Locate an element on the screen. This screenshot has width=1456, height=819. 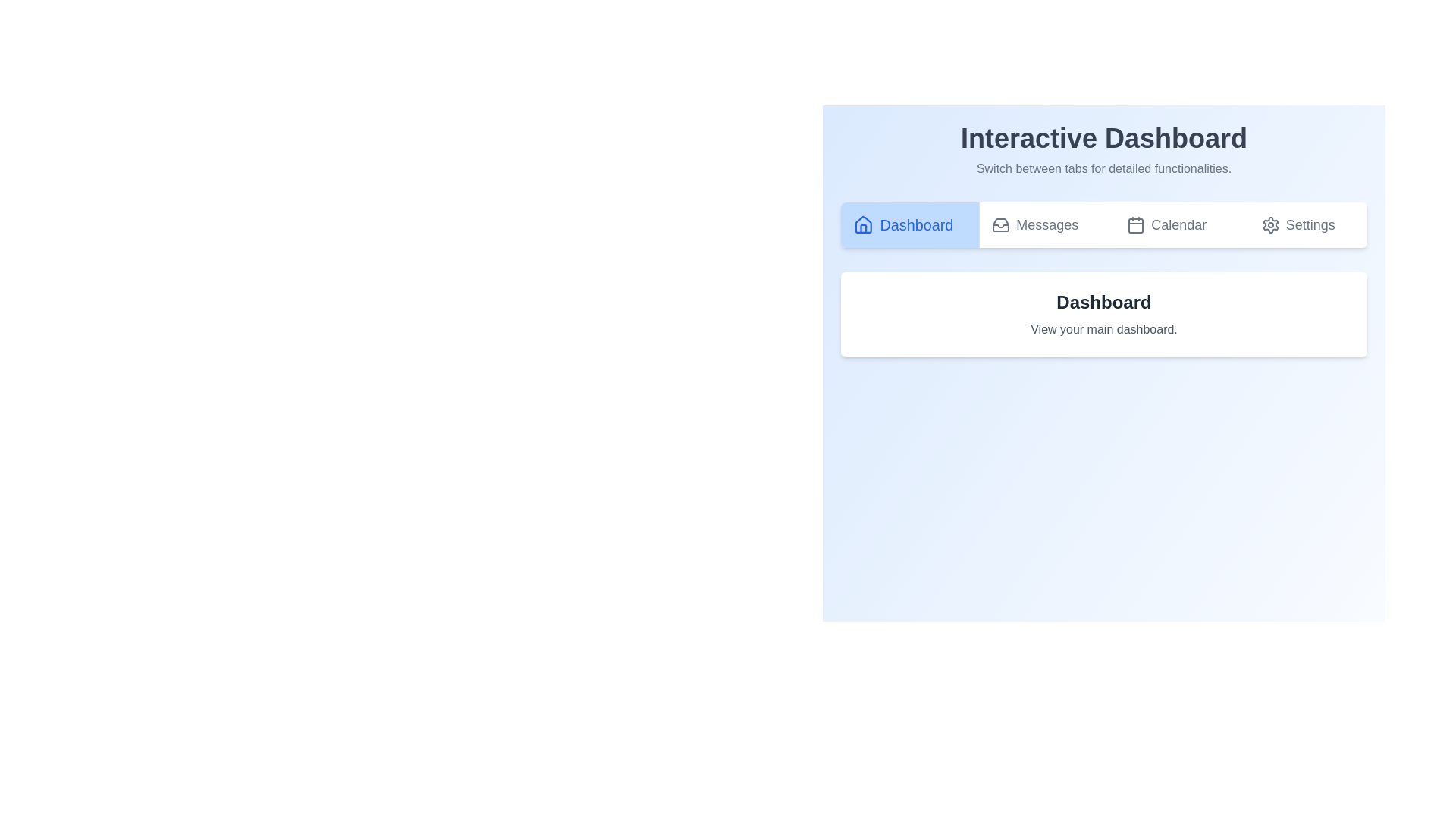
the informational text snippet reading 'View your main dashboard.' which is located directly below the 'Dashboard' heading in a white, rounded rectangular card is located at coordinates (1103, 329).